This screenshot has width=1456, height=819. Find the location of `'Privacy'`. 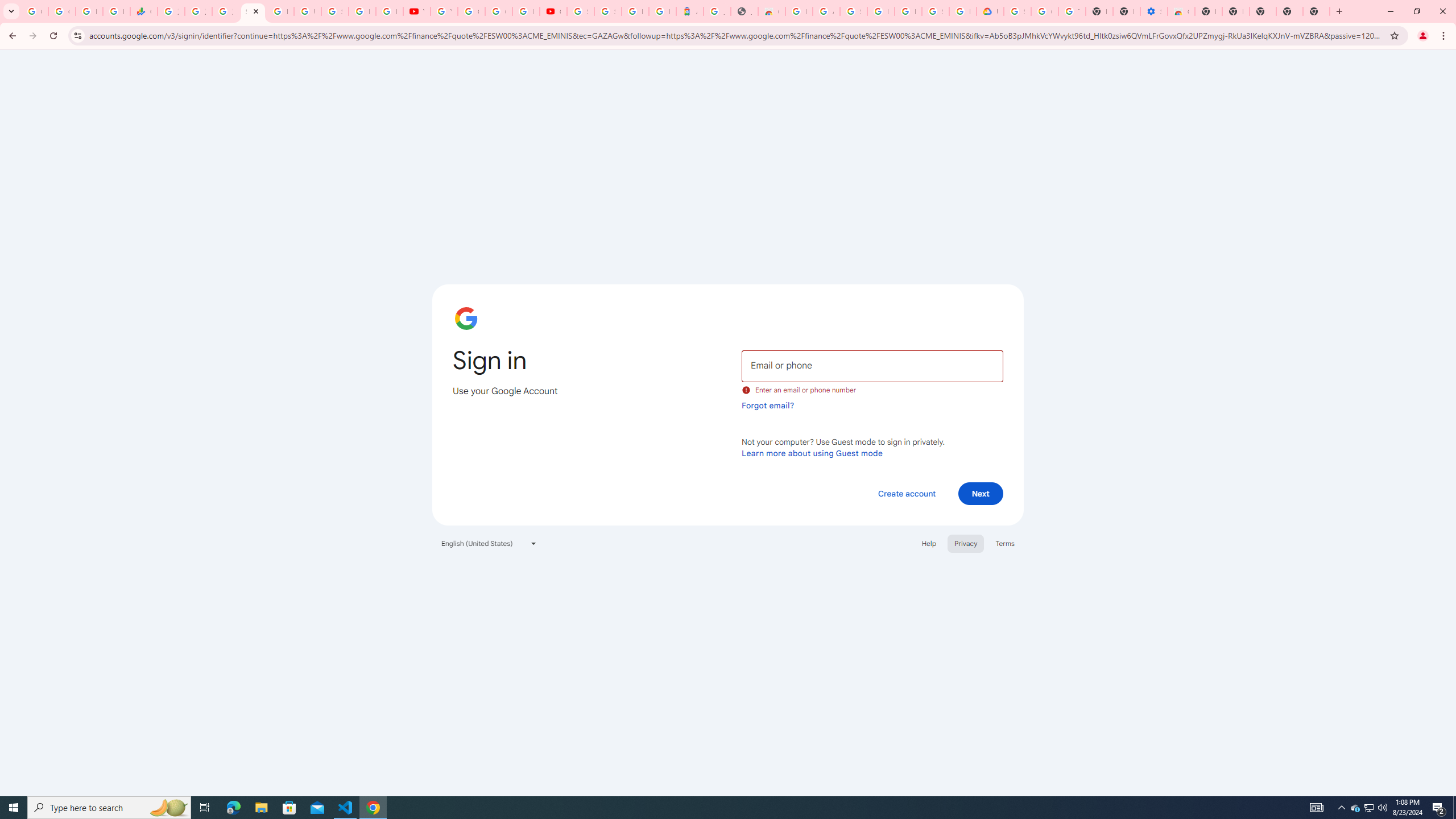

'Privacy' is located at coordinates (965, 543).